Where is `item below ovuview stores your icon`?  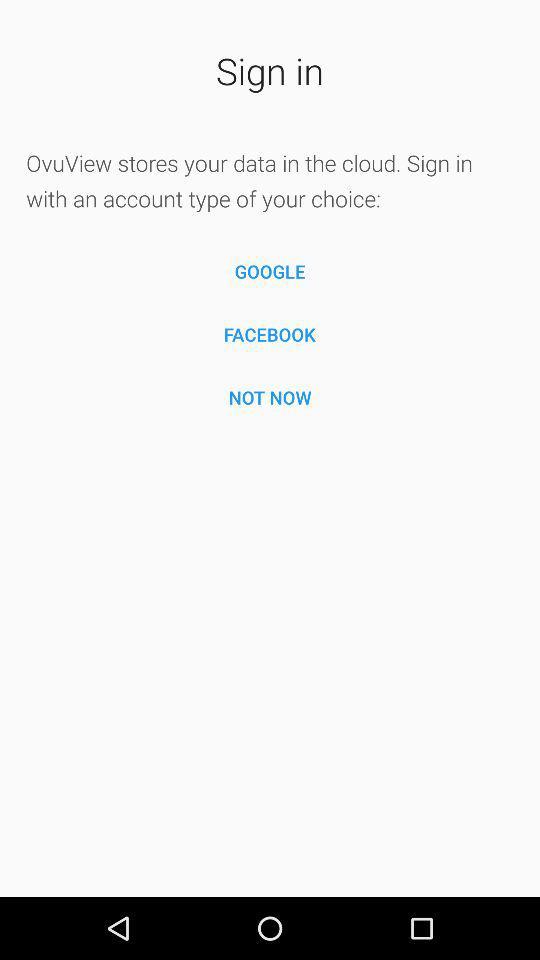
item below ovuview stores your icon is located at coordinates (270, 270).